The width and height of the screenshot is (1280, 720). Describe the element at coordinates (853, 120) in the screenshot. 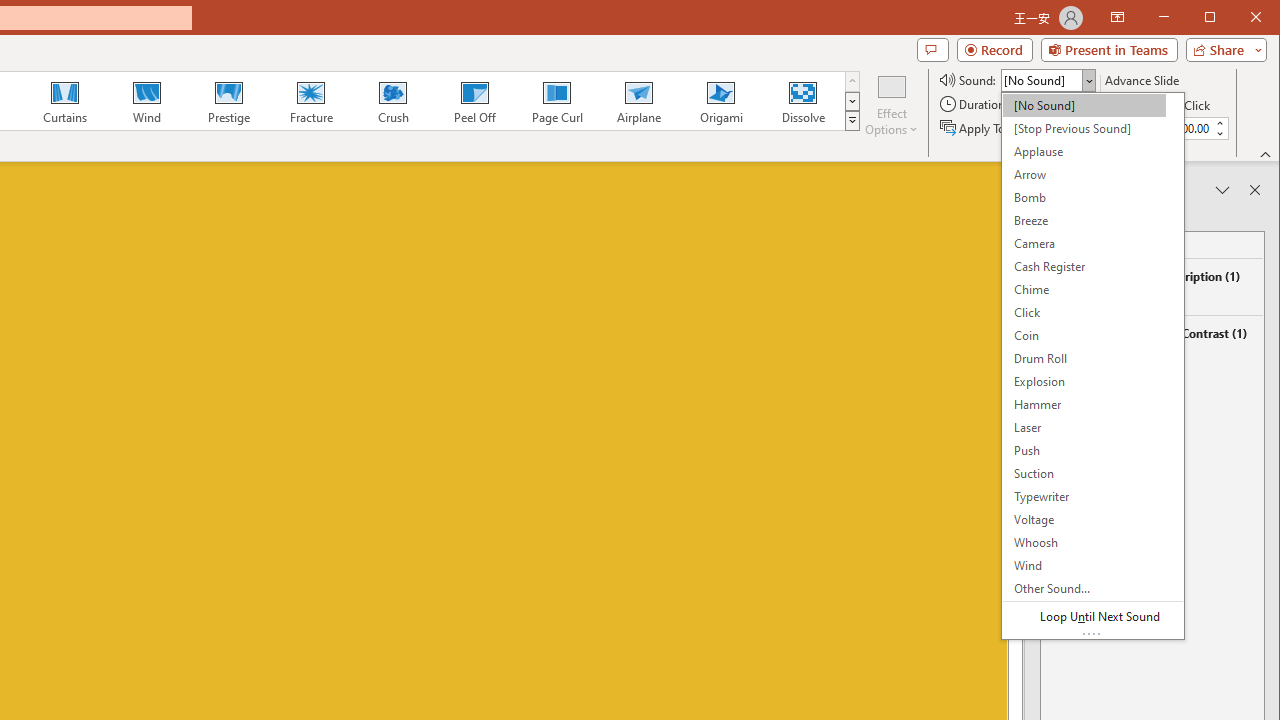

I see `'Class: NetUIImage'` at that location.